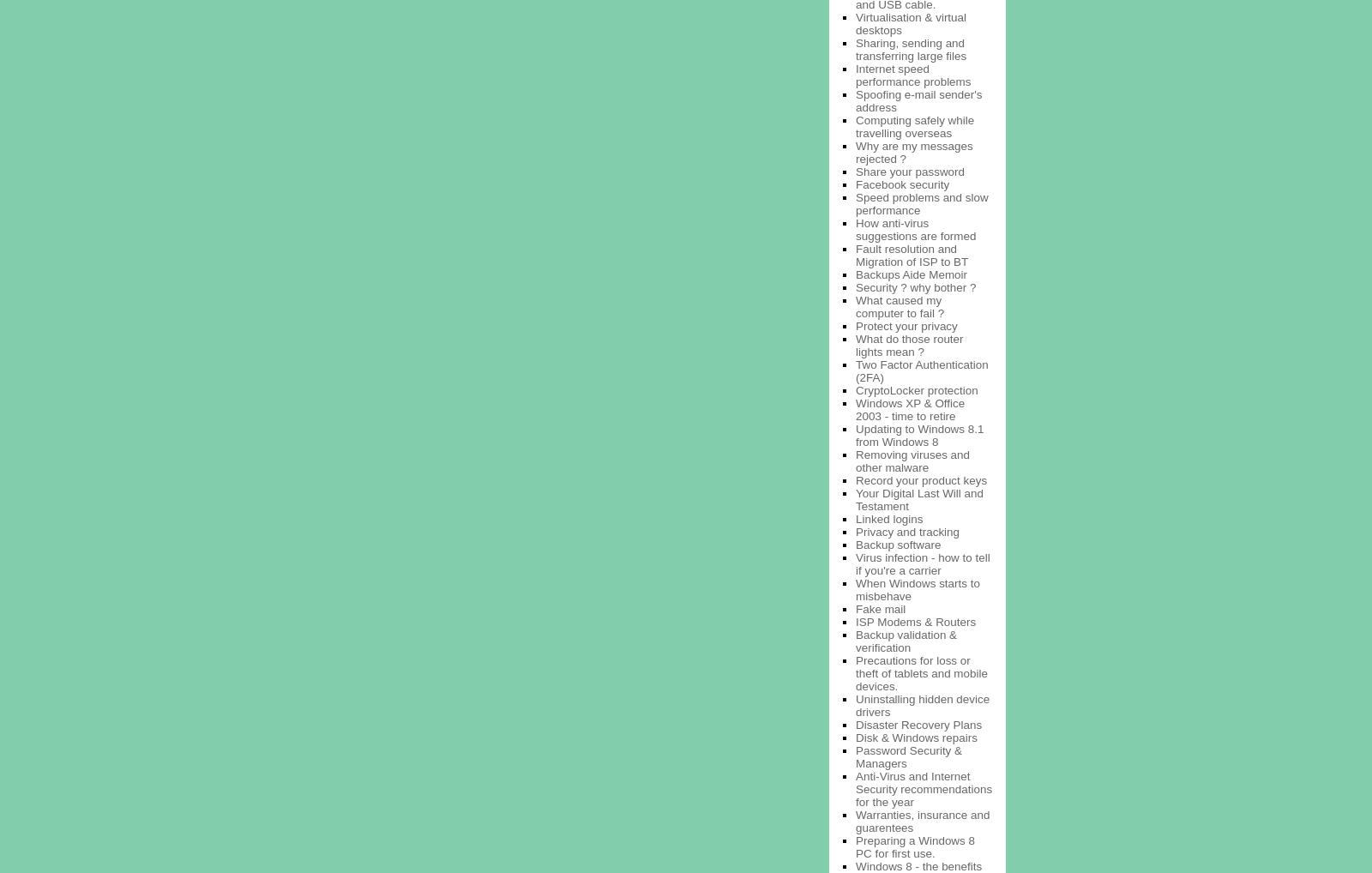  I want to click on 'Updating to Windows 8.1 from Windows 8', so click(919, 434).